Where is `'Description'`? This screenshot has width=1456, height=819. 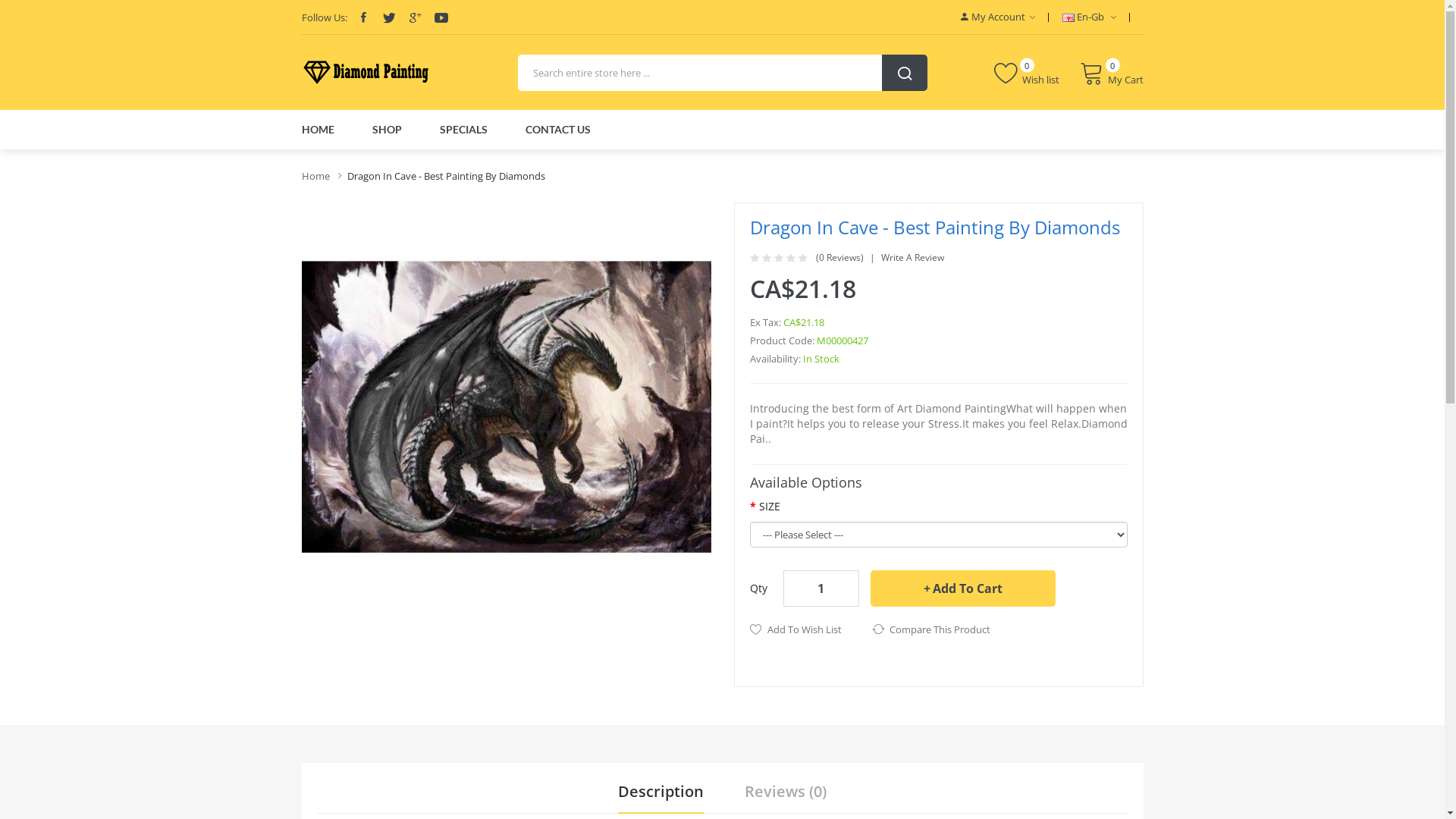 'Description' is located at coordinates (661, 791).